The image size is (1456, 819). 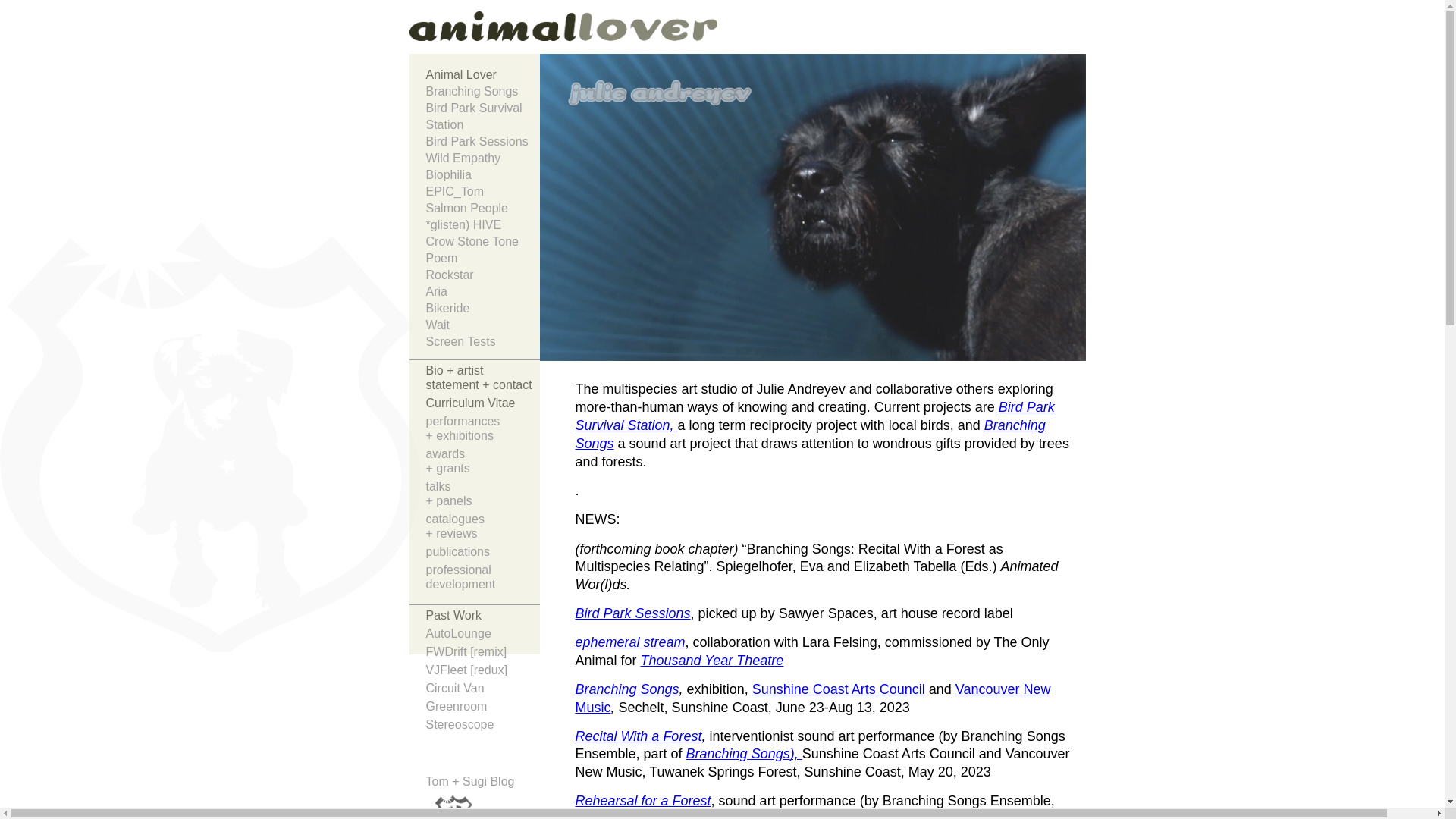 I want to click on 'Stereoscope', so click(x=482, y=725).